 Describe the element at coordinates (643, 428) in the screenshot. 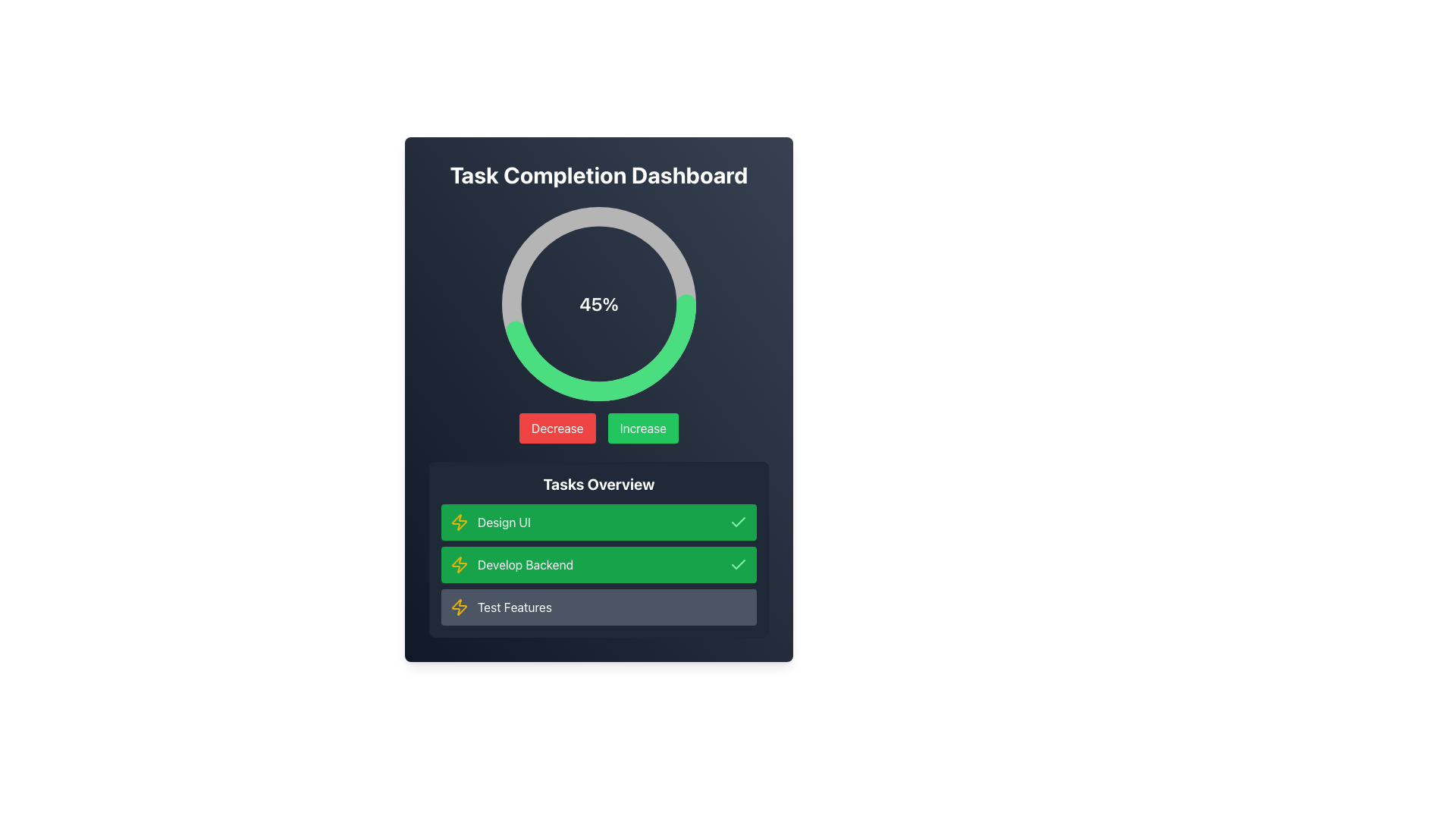

I see `the 'Increase' button, which is the second button in a row of two buttons ('Decrease' and 'Increase'), to increment the value represented by the progress indicator above` at that location.